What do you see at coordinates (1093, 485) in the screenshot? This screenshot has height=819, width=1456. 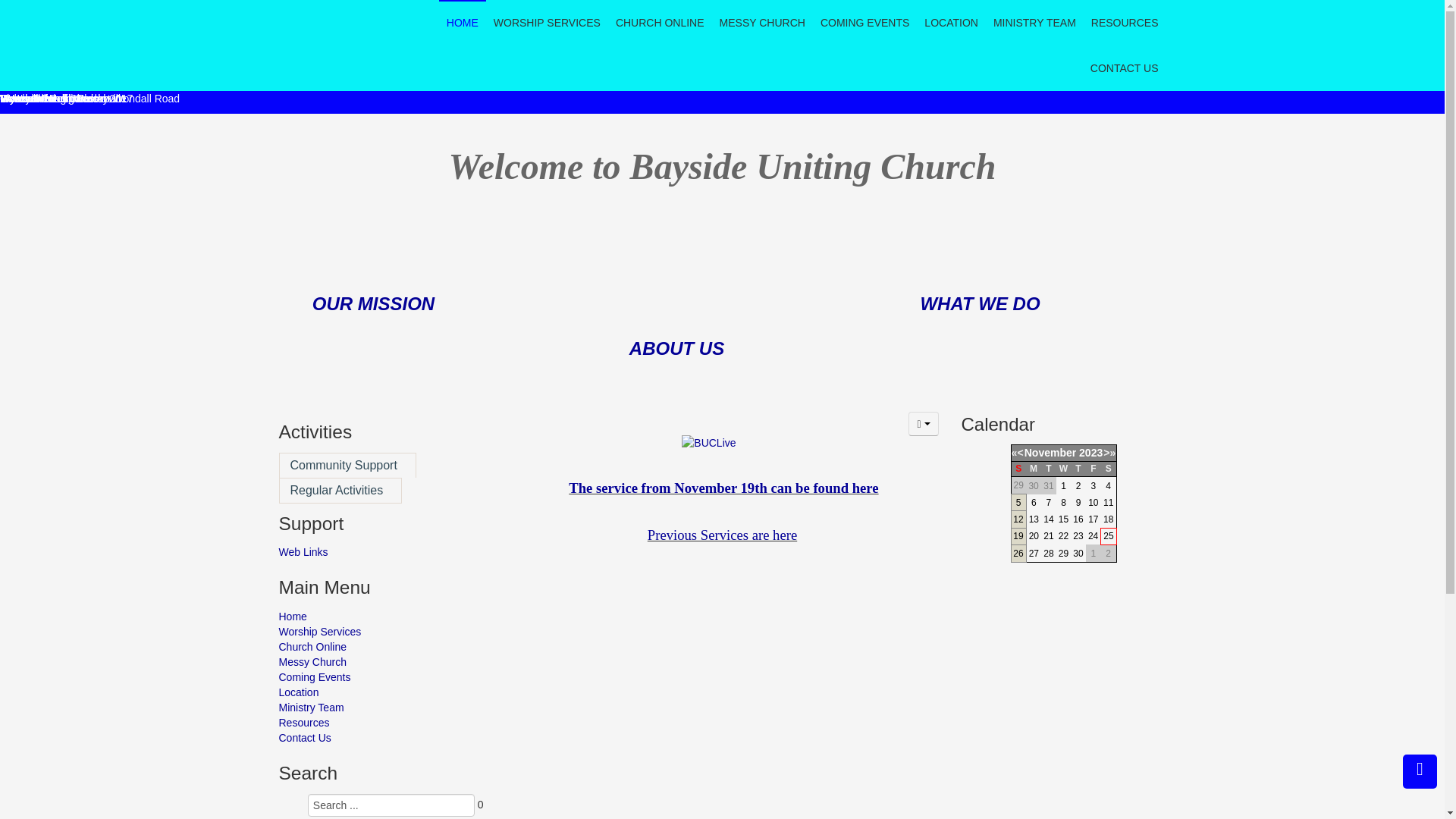 I see `'3'` at bounding box center [1093, 485].